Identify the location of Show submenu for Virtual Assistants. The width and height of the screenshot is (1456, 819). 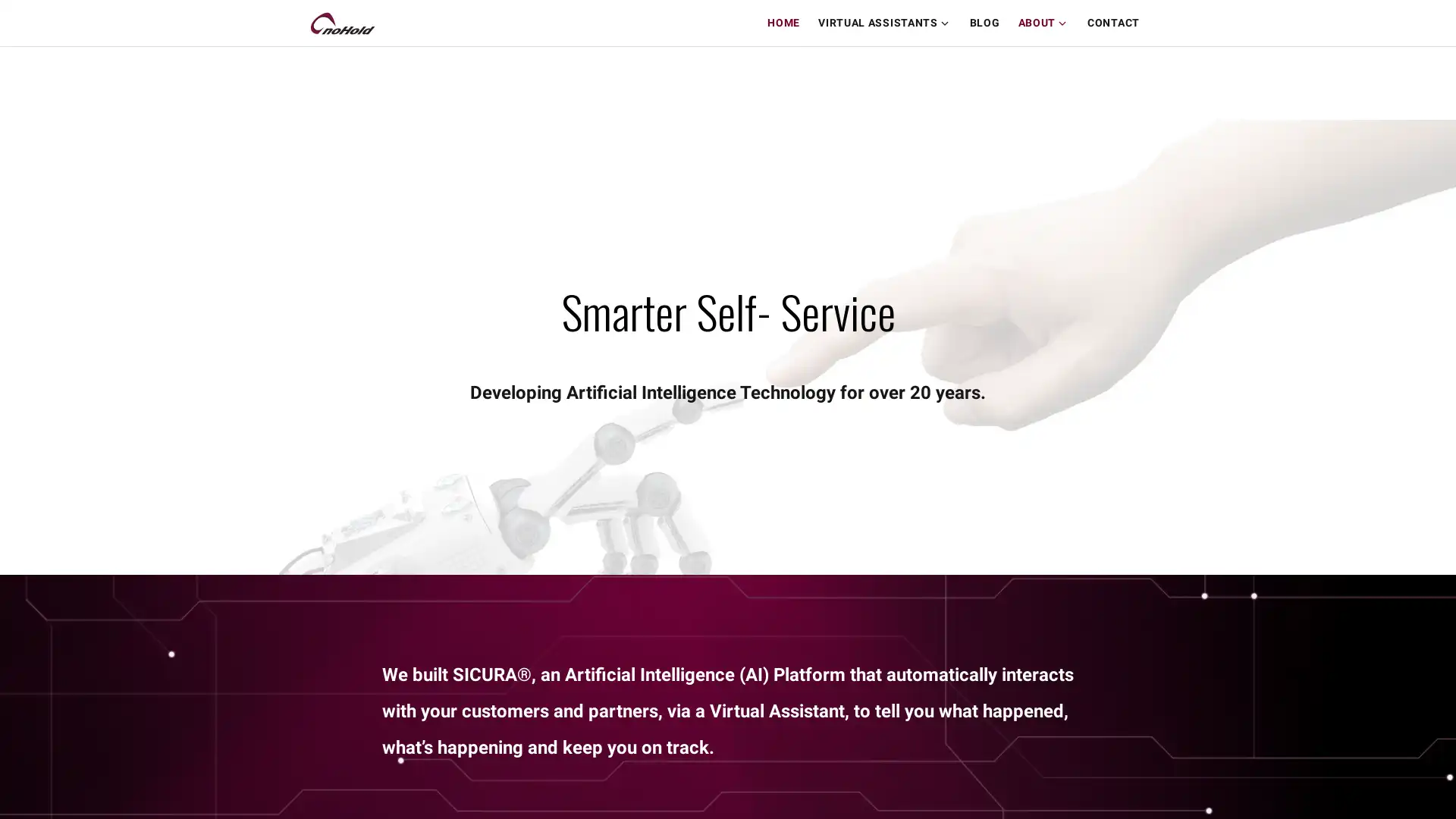
(948, 23).